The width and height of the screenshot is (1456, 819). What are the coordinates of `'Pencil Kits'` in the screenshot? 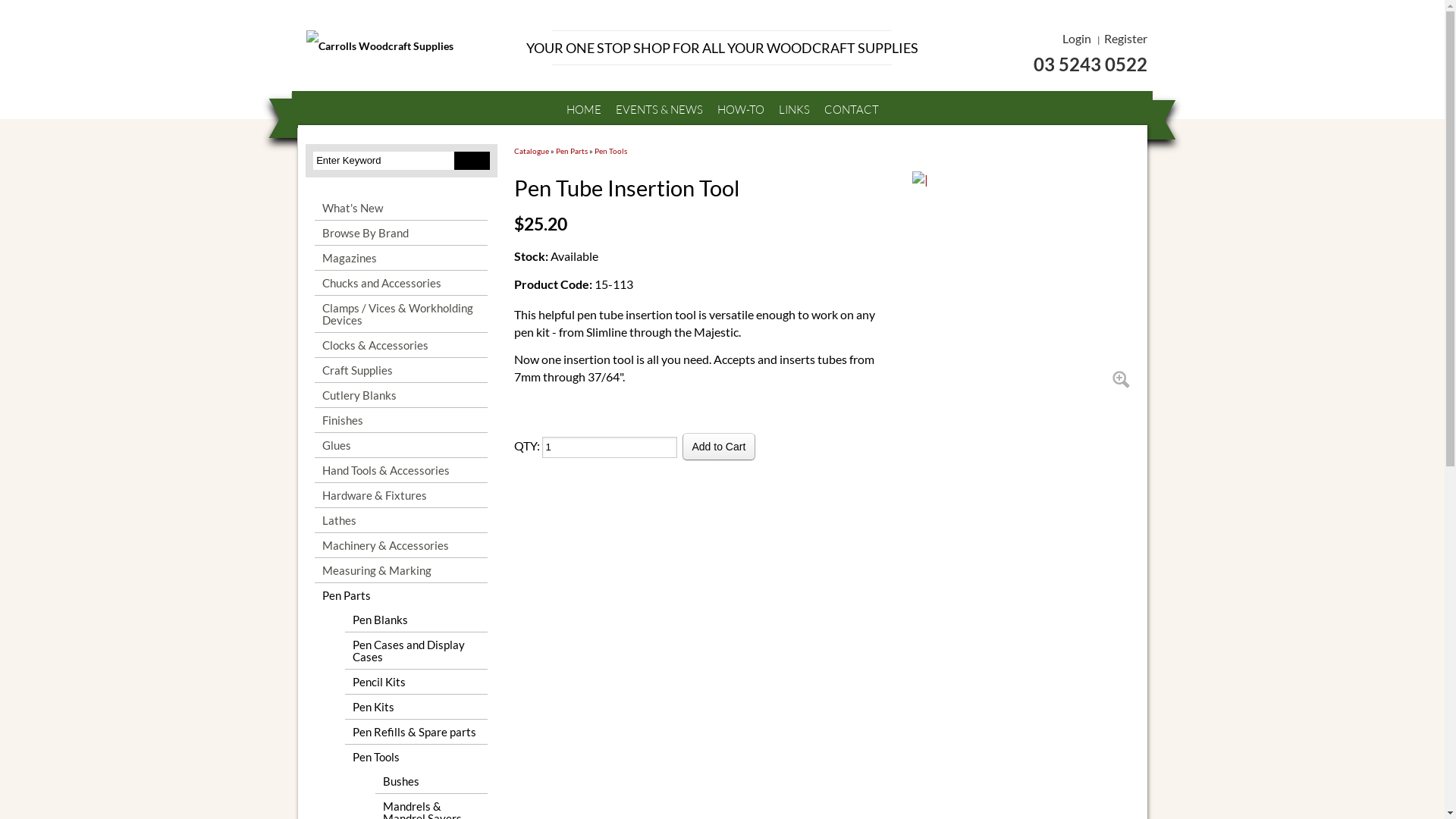 It's located at (416, 680).